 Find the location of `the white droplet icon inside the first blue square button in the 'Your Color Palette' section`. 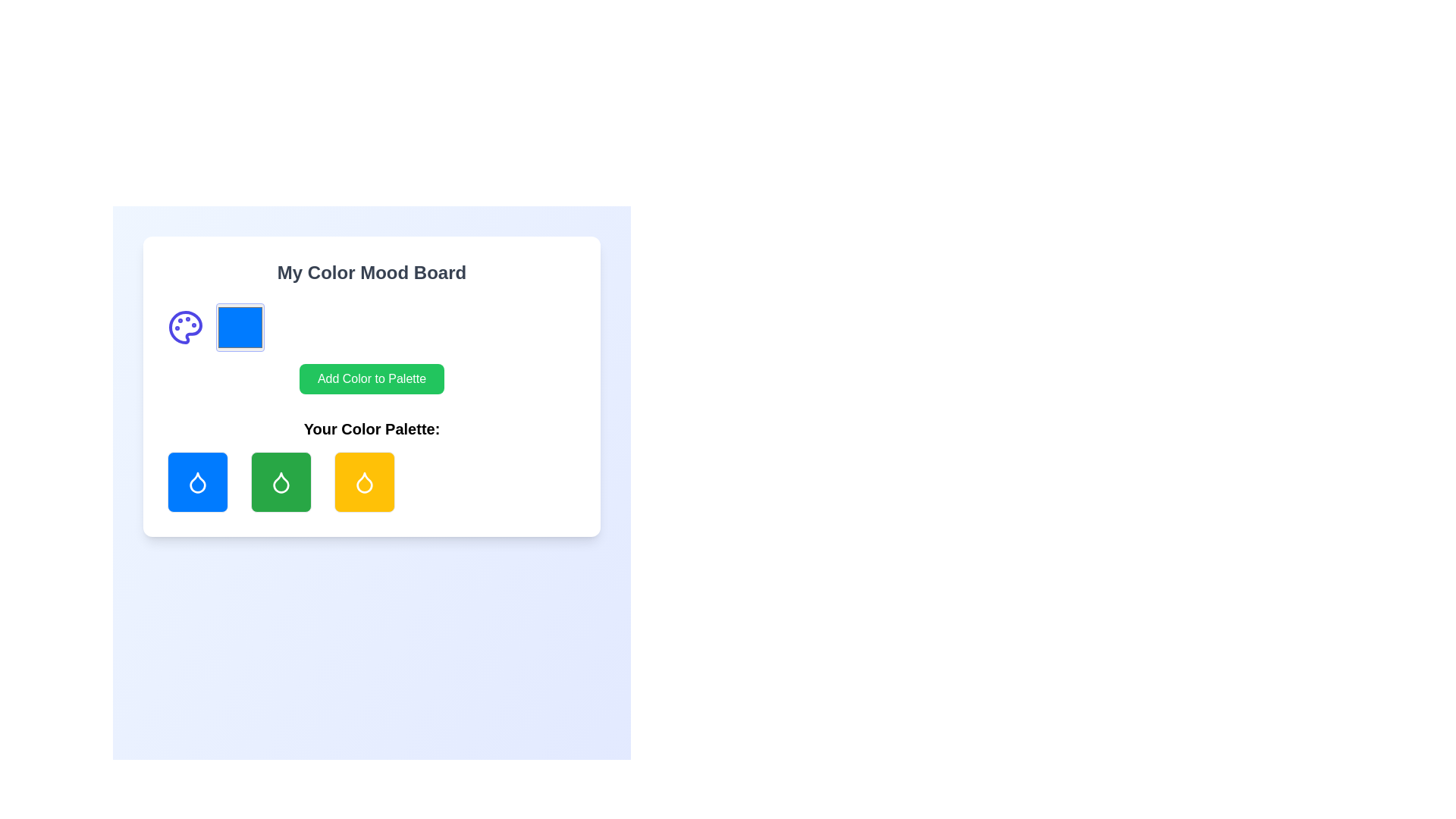

the white droplet icon inside the first blue square button in the 'Your Color Palette' section is located at coordinates (196, 482).